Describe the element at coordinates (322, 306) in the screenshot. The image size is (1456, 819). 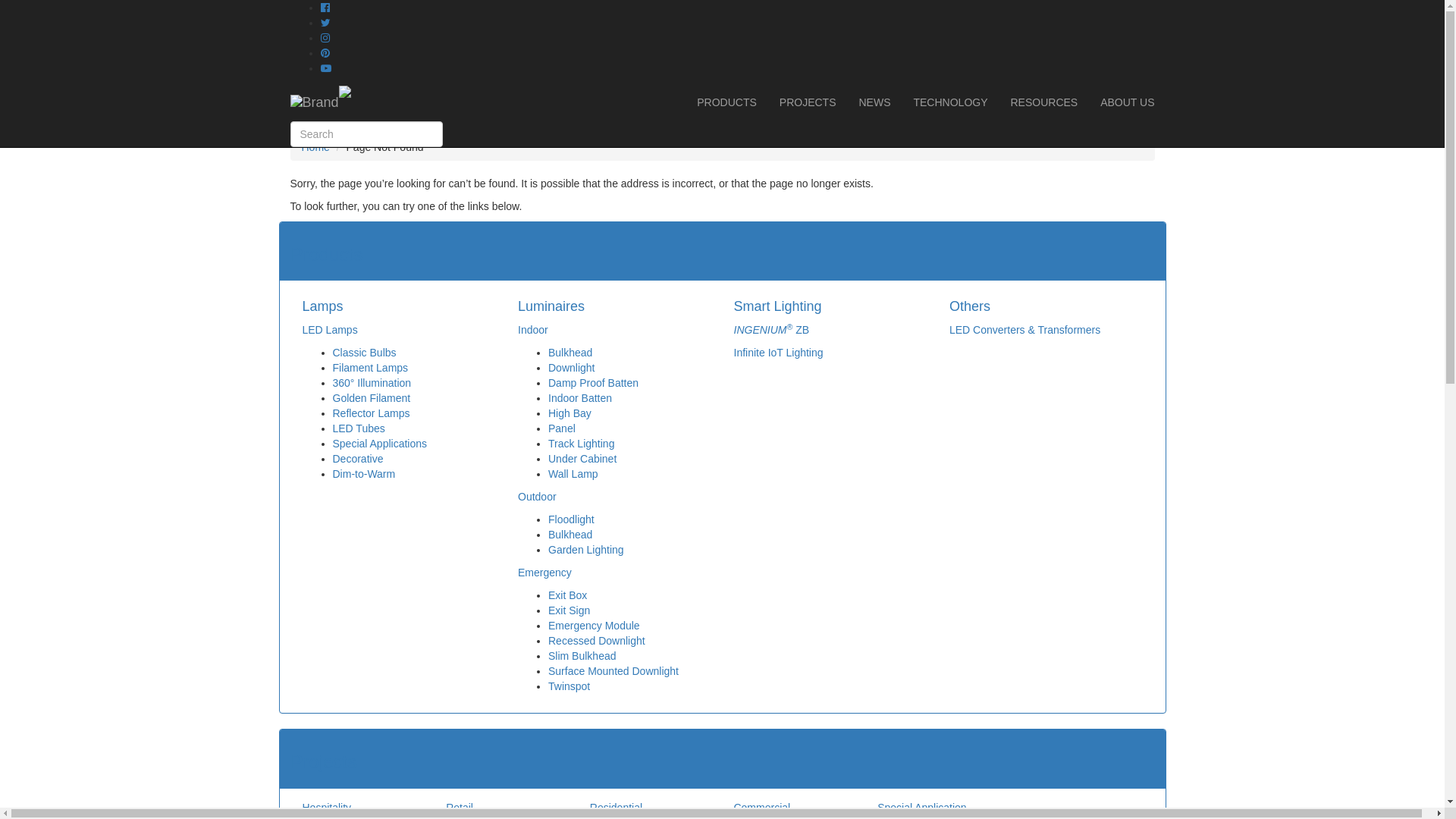
I see `'Lamps'` at that location.